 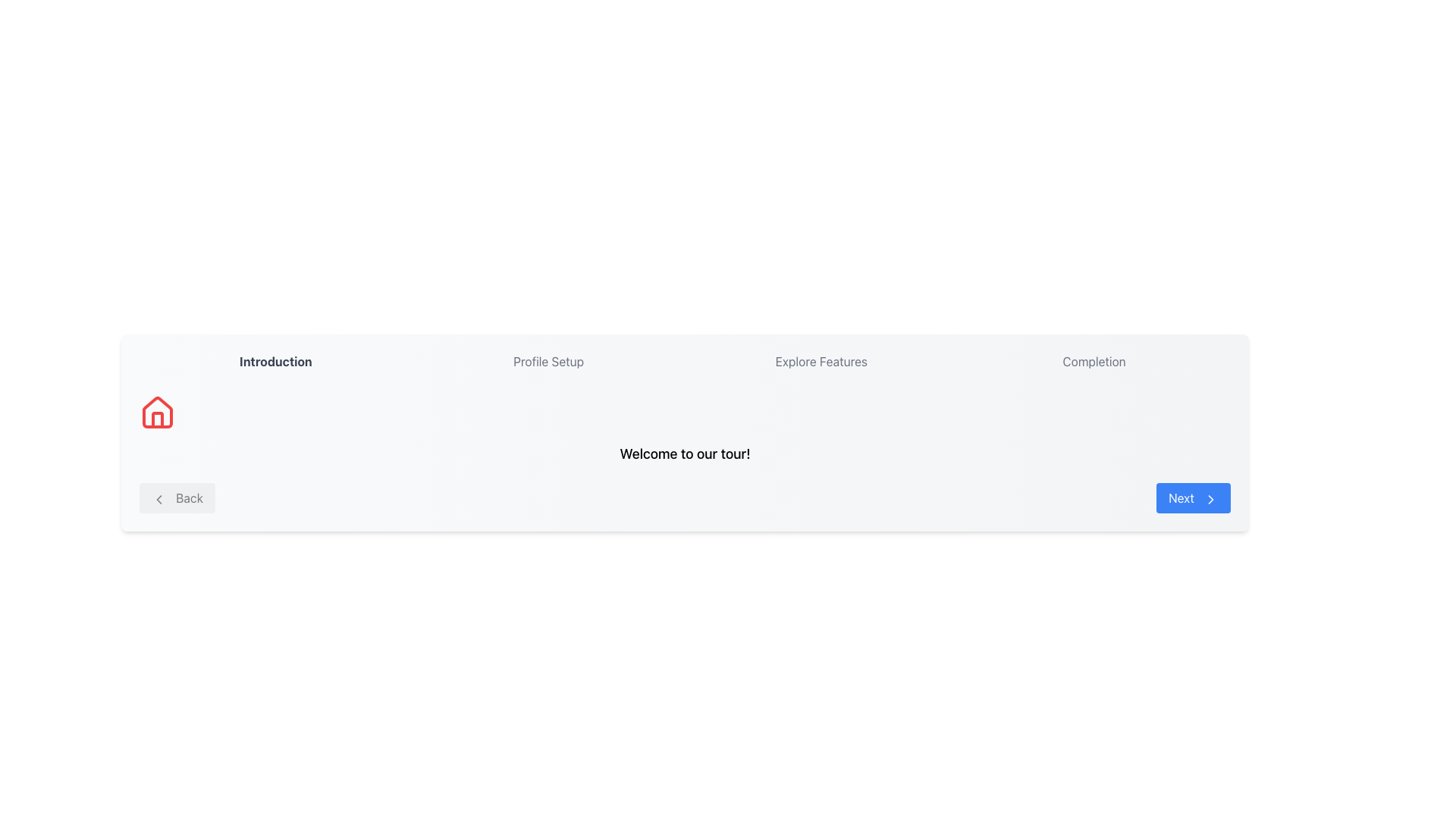 What do you see at coordinates (1210, 499) in the screenshot?
I see `the decorative icon (arrow within a chevron icon) that indicates forward movement, located adjacent to the blue 'Next' button` at bounding box center [1210, 499].